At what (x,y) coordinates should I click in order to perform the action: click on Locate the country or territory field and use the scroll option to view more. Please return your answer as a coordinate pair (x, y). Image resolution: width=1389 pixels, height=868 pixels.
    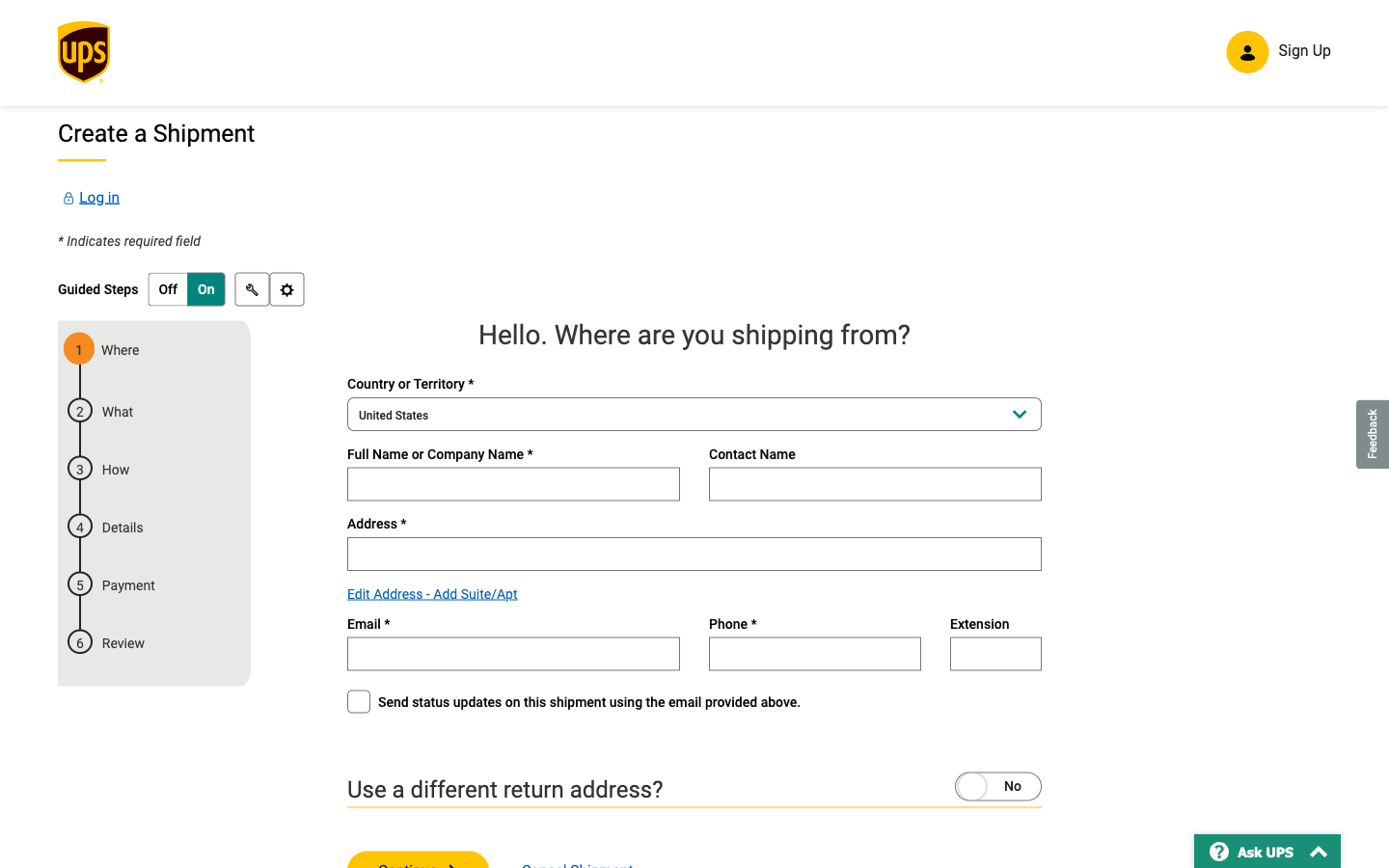
    Looking at the image, I should click on (694, 417).